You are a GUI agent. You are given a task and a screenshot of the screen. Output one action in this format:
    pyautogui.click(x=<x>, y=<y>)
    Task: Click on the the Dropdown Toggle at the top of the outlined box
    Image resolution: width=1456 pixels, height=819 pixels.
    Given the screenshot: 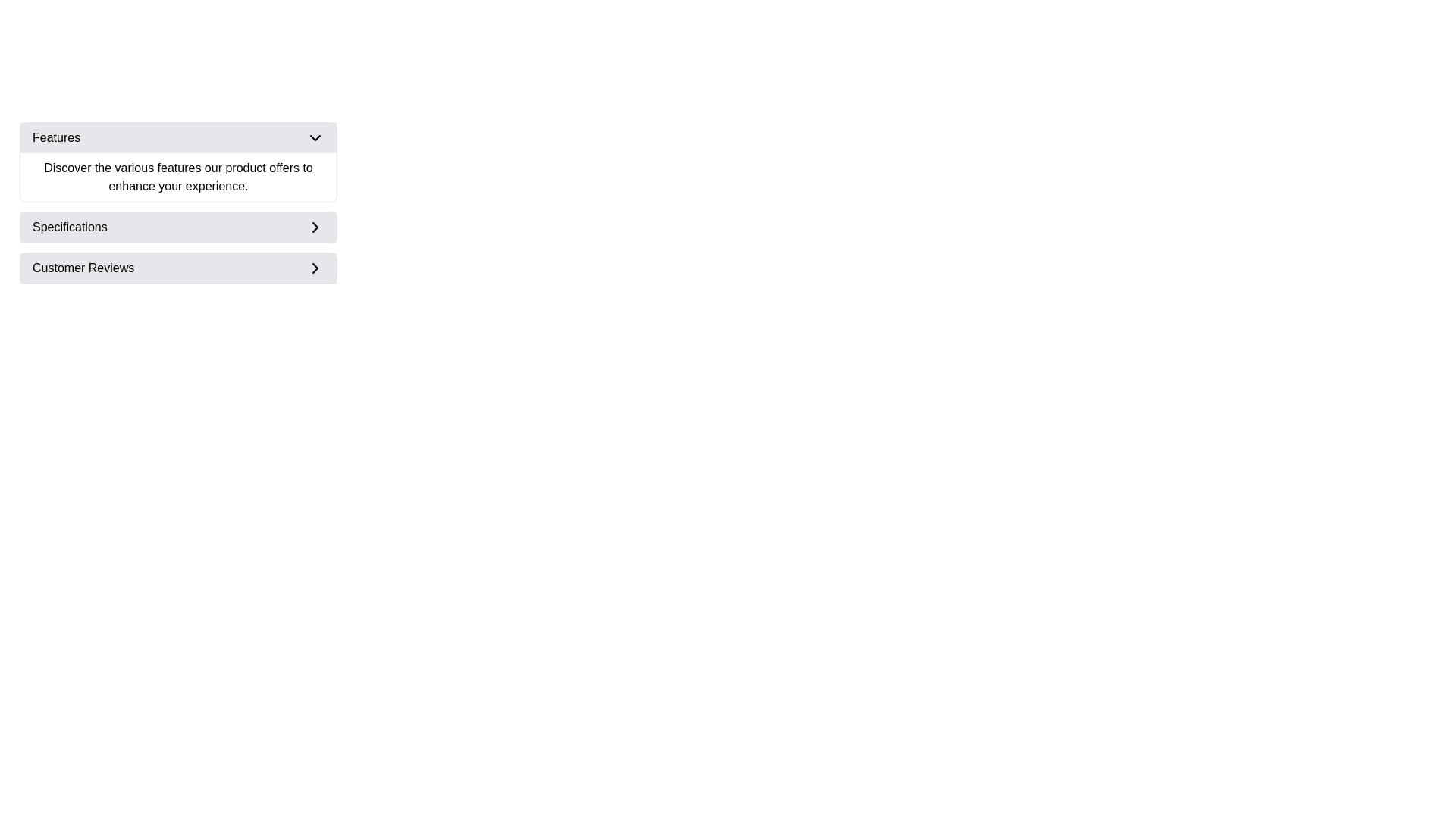 What is the action you would take?
    pyautogui.click(x=178, y=137)
    